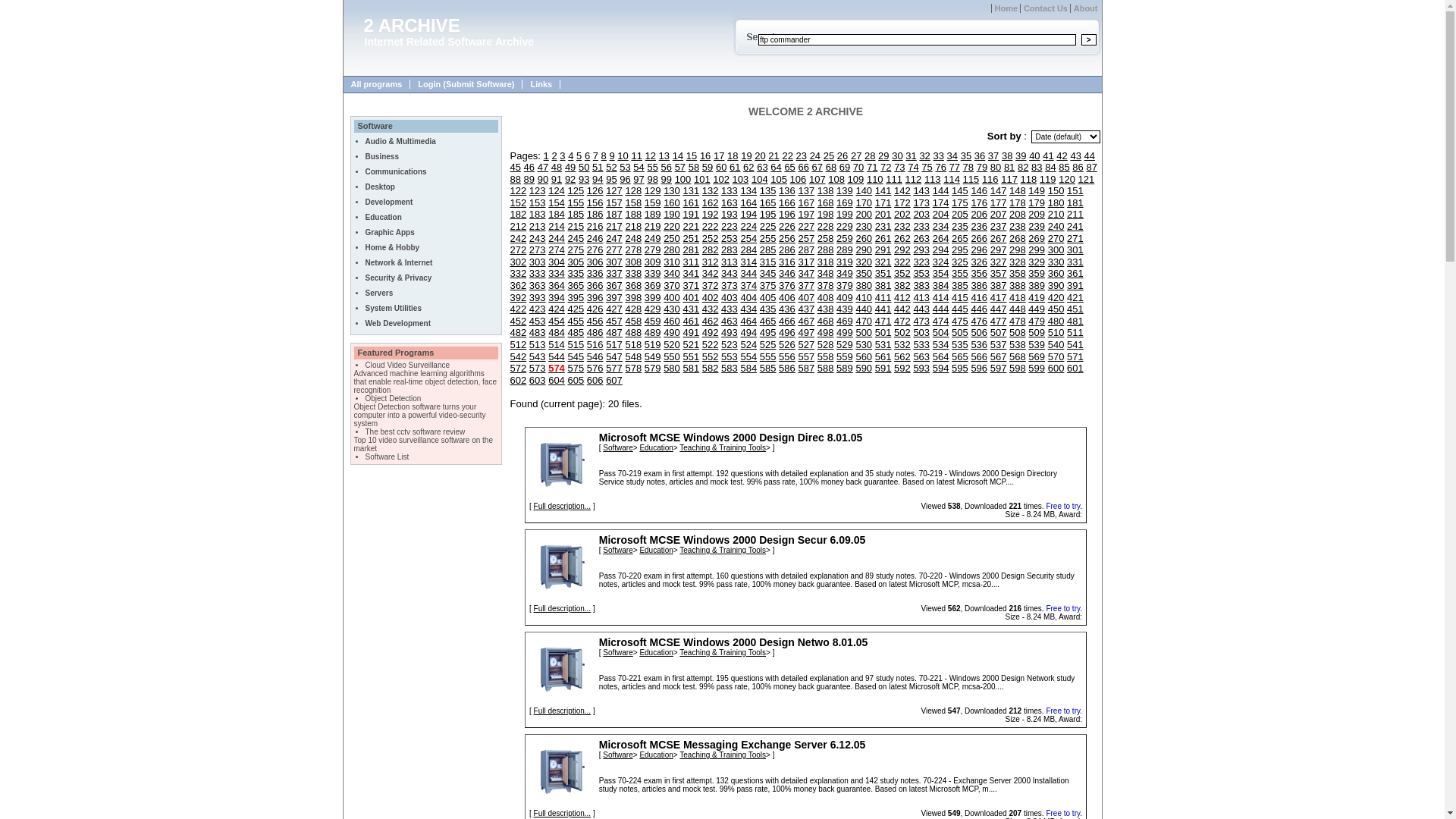 This screenshot has height=819, width=1456. Describe the element at coordinates (729, 190) in the screenshot. I see `'133'` at that location.